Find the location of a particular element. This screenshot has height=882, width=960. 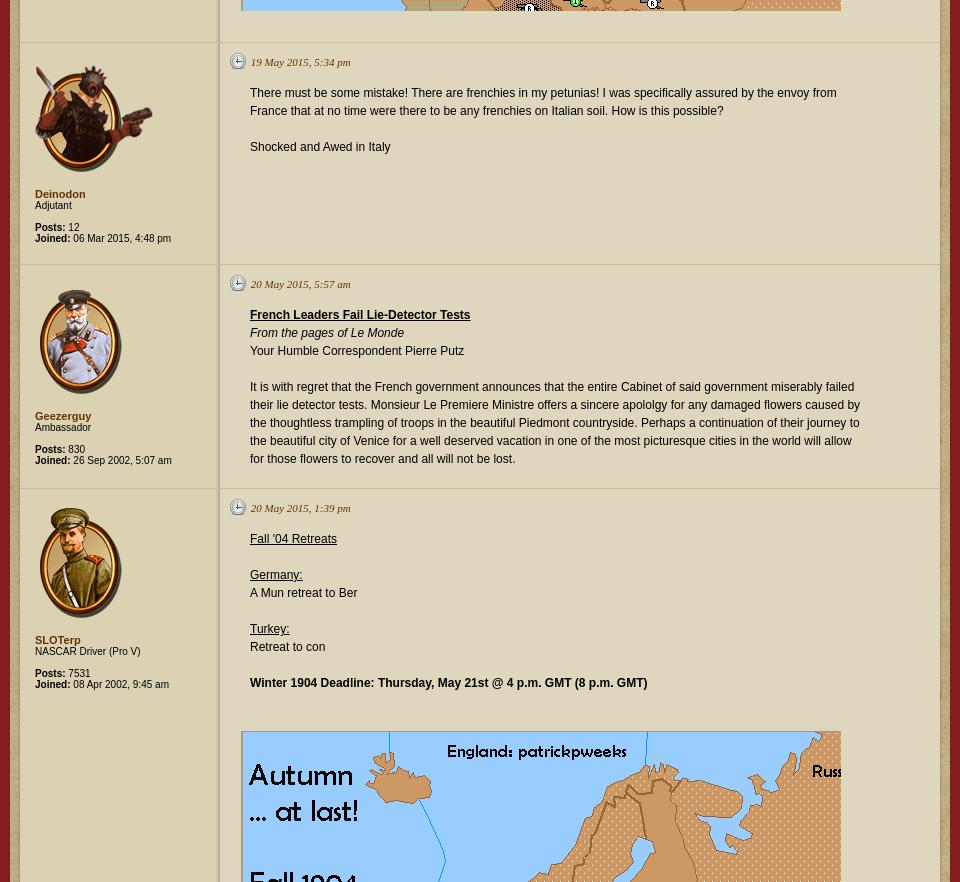

'12' is located at coordinates (72, 226).